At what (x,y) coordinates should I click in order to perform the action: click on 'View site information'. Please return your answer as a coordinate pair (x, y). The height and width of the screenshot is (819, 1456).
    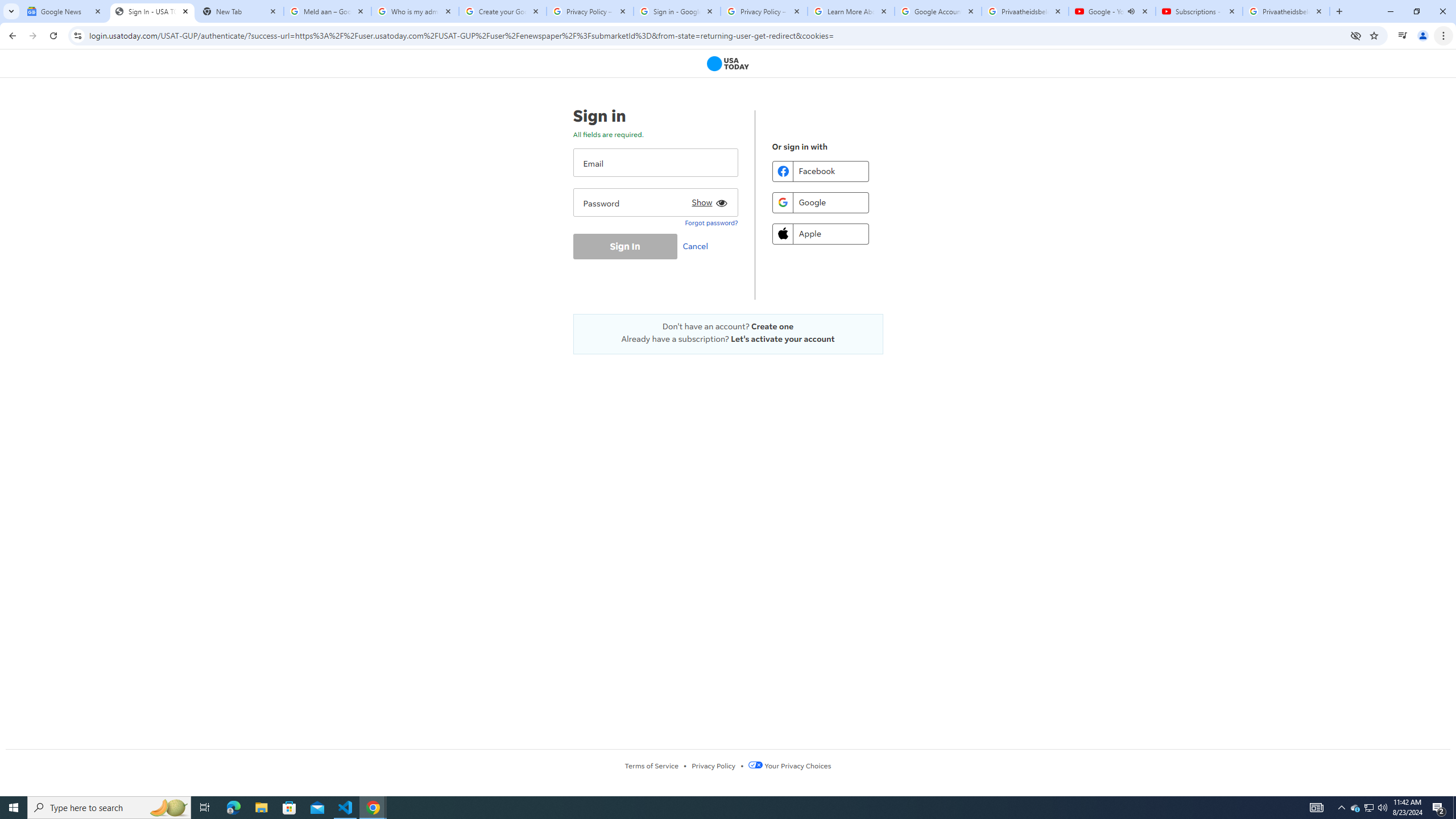
    Looking at the image, I should click on (77, 35).